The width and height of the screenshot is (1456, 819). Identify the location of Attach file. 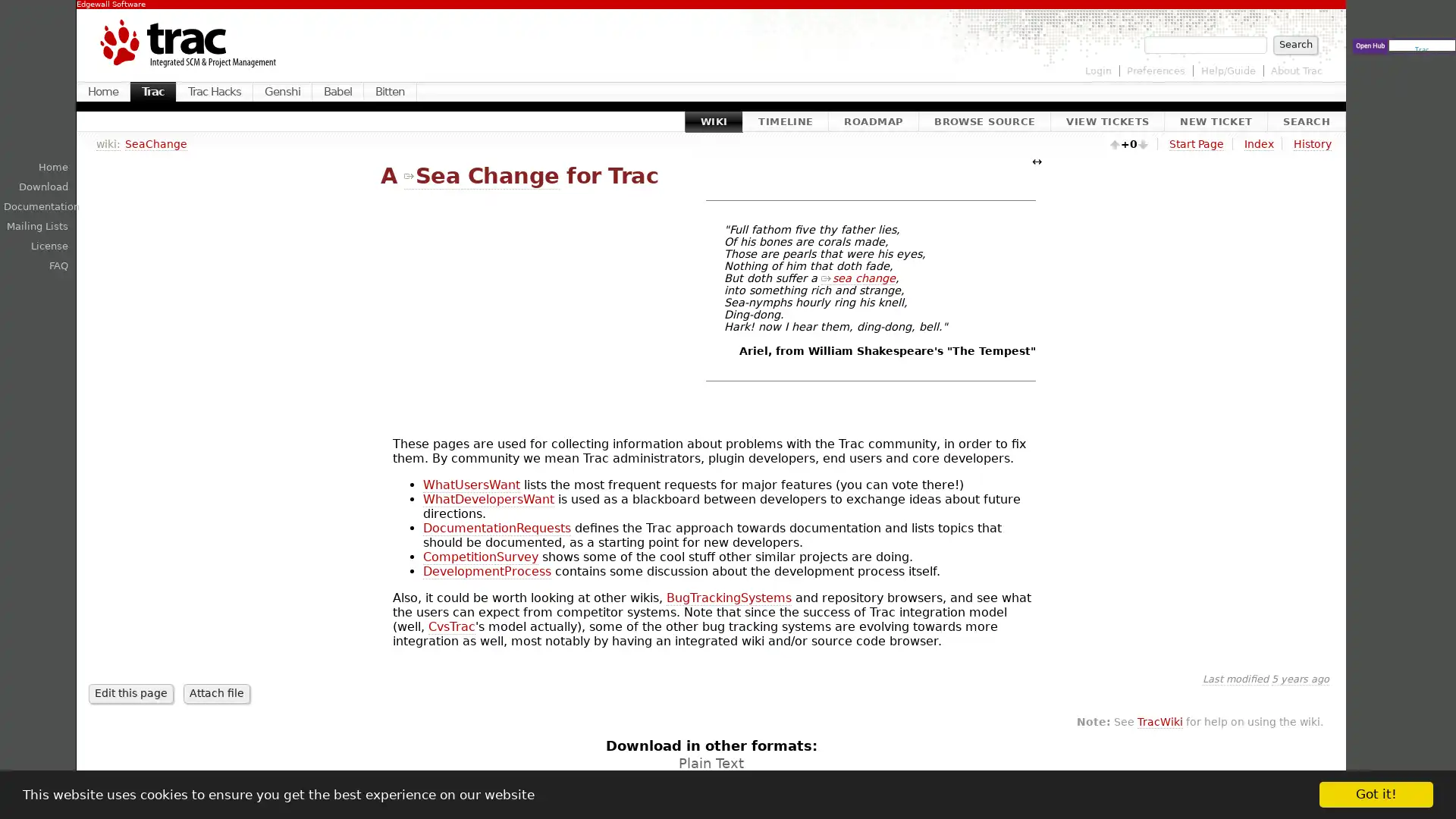
(215, 693).